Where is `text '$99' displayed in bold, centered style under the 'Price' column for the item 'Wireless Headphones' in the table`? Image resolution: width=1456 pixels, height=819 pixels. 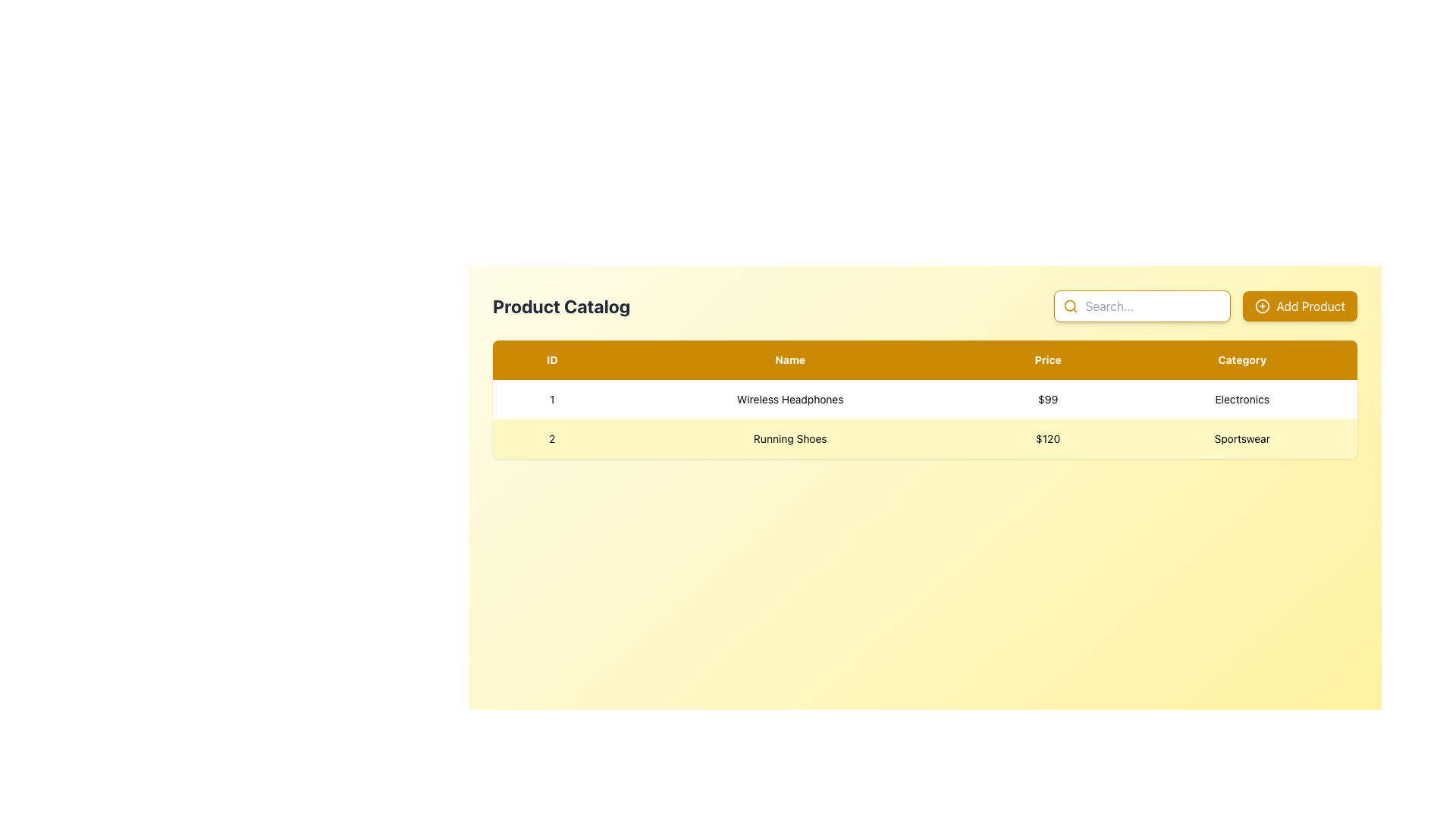 text '$99' displayed in bold, centered style under the 'Price' column for the item 'Wireless Headphones' in the table is located at coordinates (1047, 399).